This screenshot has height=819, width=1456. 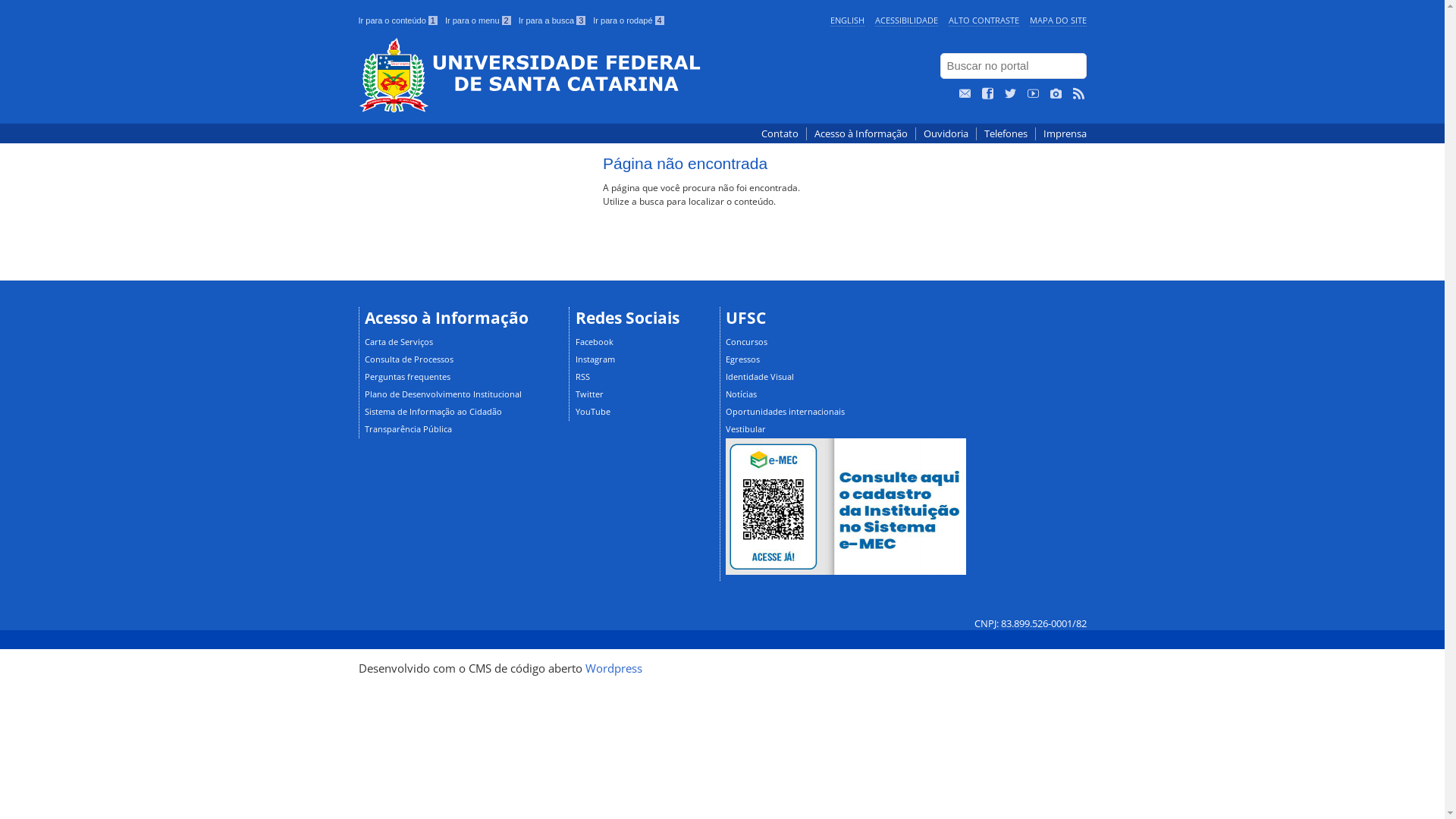 I want to click on 'Oportunidades internacionais', so click(x=724, y=411).